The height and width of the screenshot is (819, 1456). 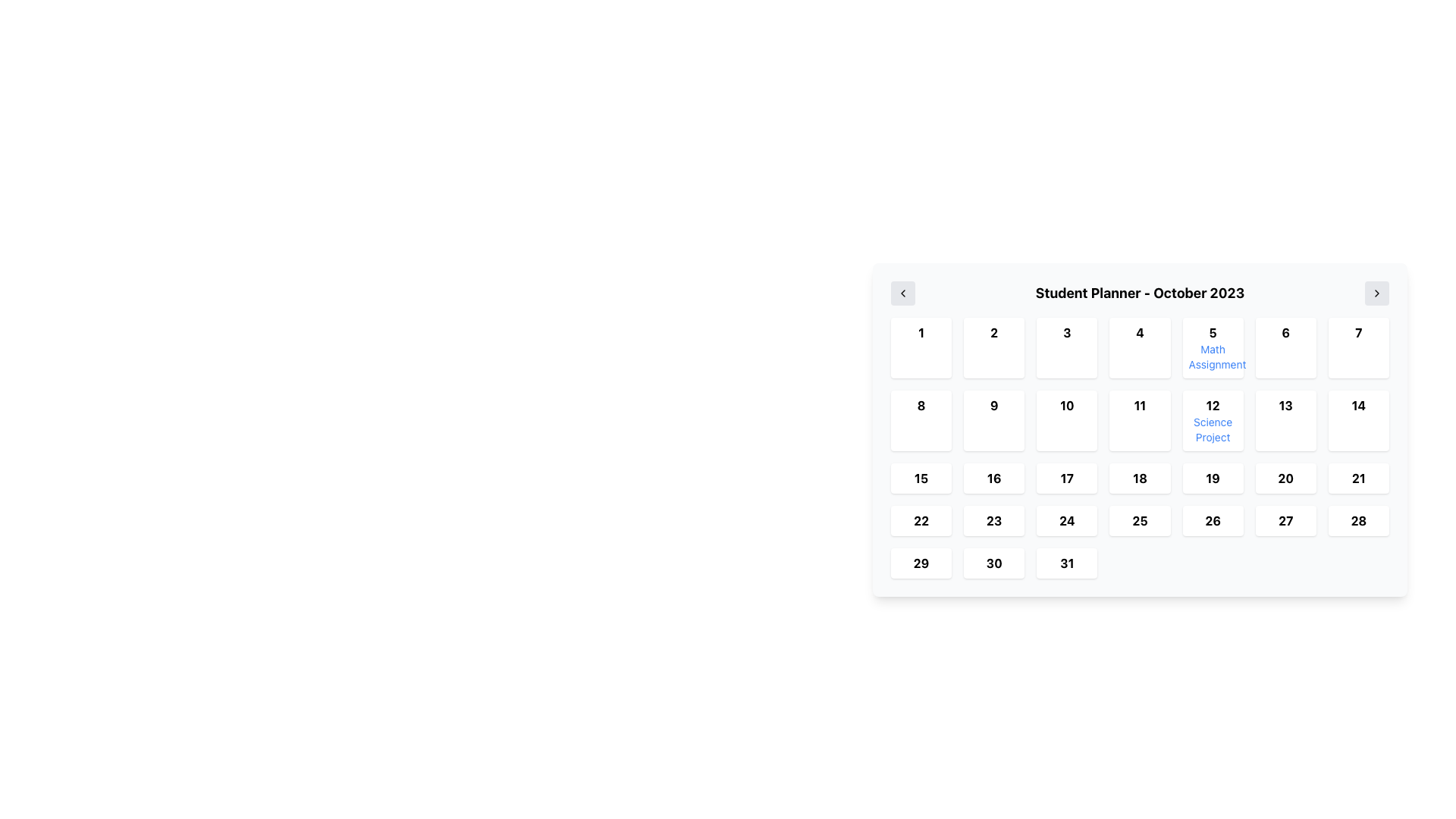 I want to click on the grid cell representing 'Day 1' of the calendar, so click(x=920, y=348).